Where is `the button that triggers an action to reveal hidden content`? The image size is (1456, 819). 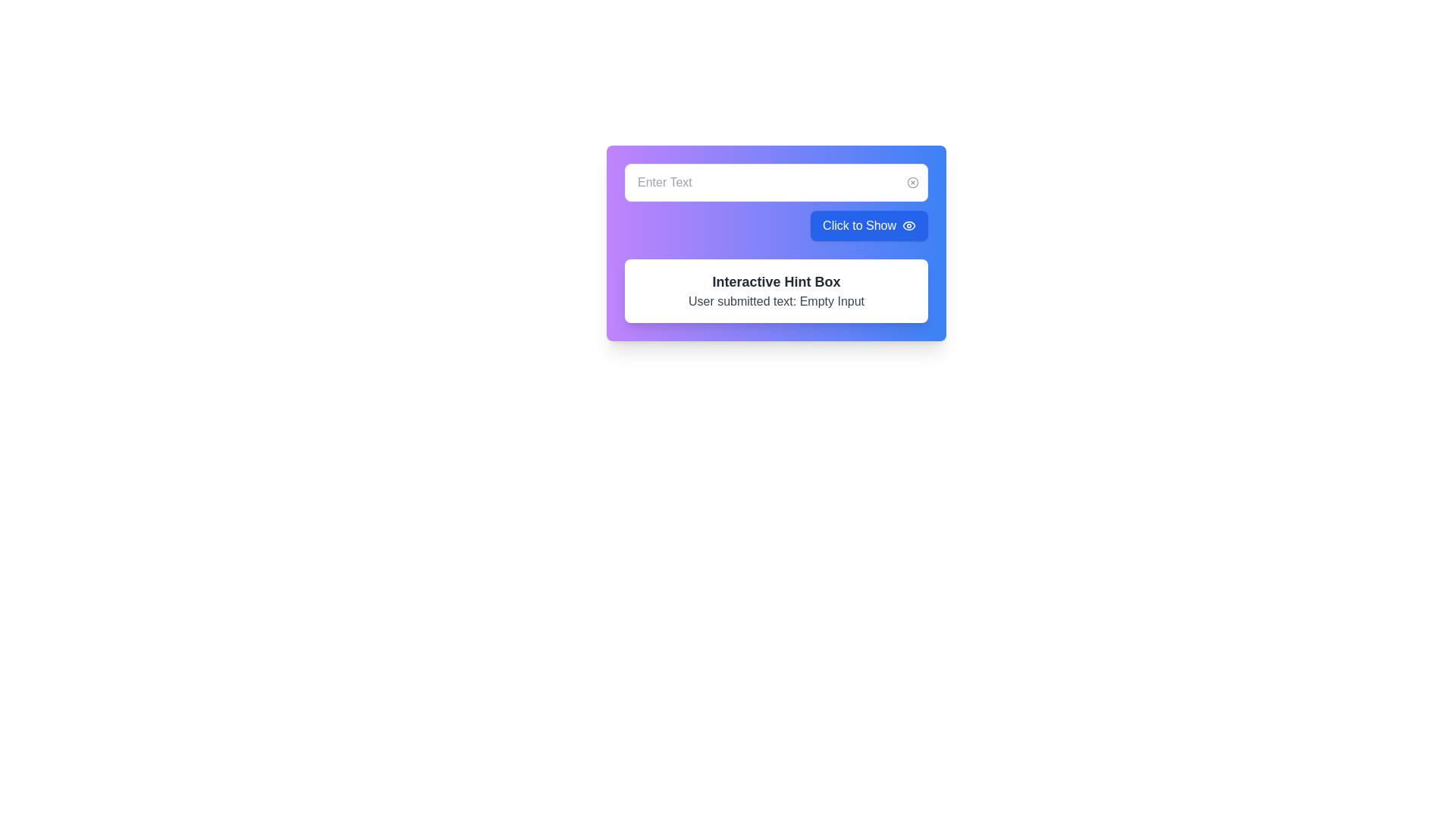
the button that triggers an action to reveal hidden content is located at coordinates (869, 225).